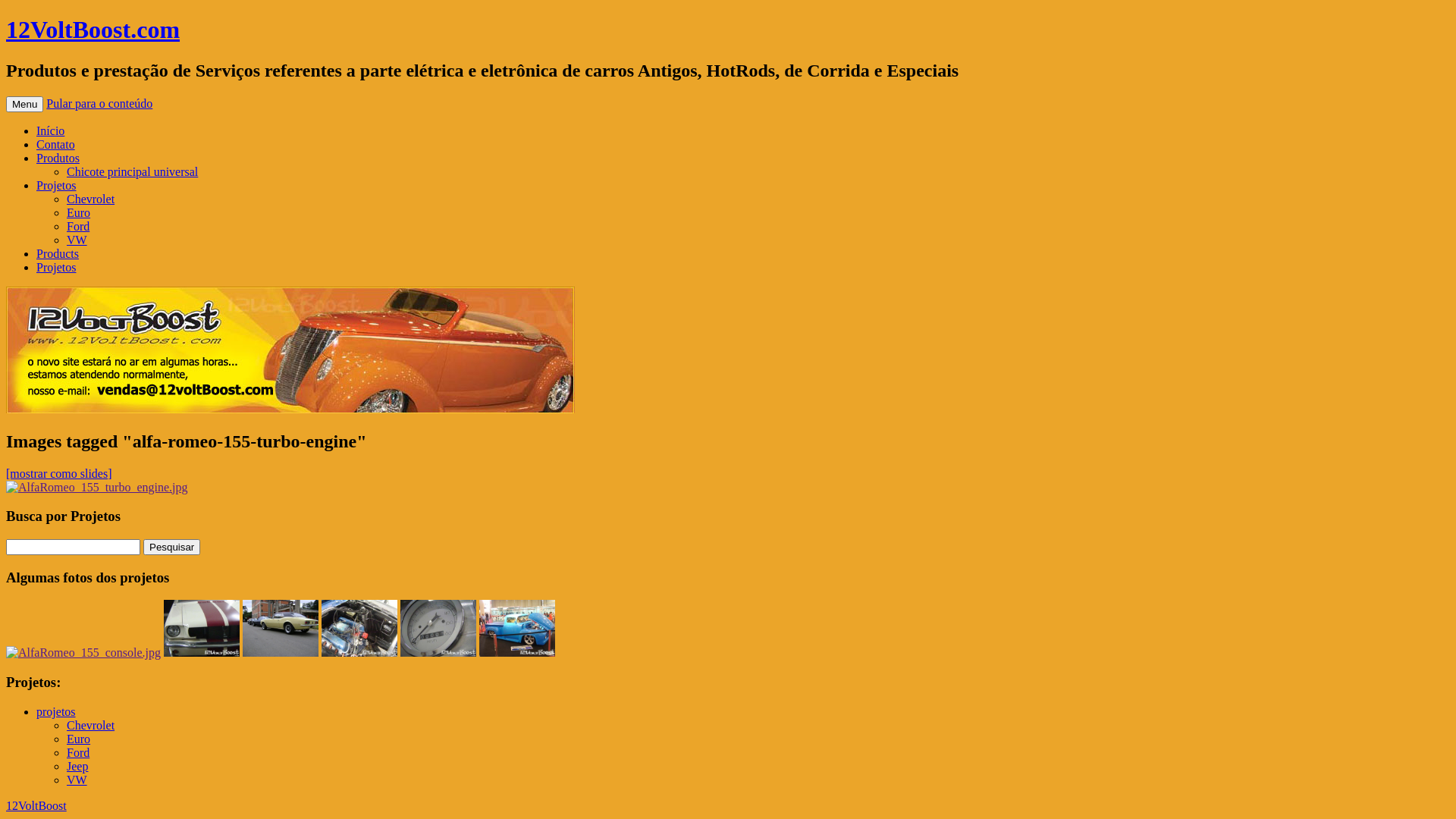  I want to click on '12VoltBoost.com', so click(92, 29).